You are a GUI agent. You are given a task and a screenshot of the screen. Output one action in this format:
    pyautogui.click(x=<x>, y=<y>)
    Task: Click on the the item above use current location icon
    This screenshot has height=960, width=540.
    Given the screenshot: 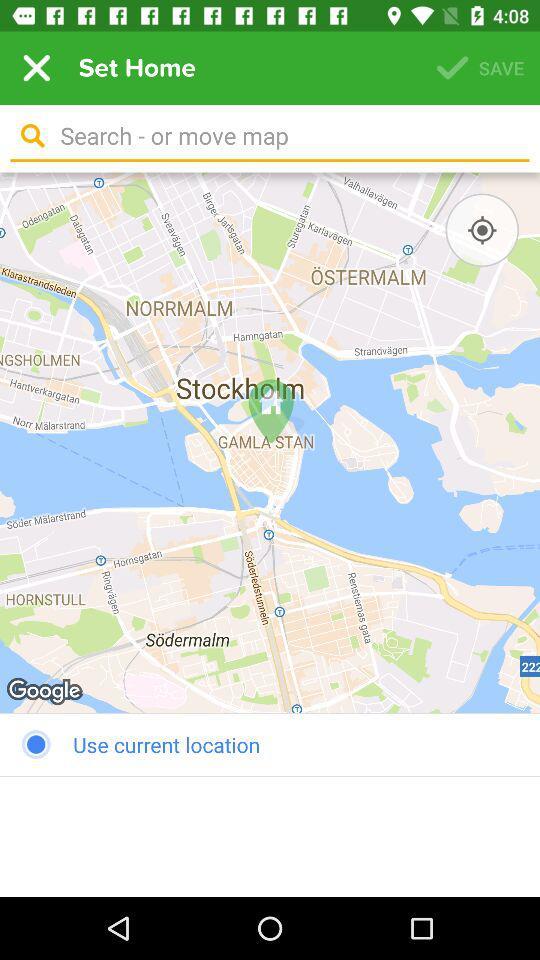 What is the action you would take?
    pyautogui.click(x=270, y=442)
    